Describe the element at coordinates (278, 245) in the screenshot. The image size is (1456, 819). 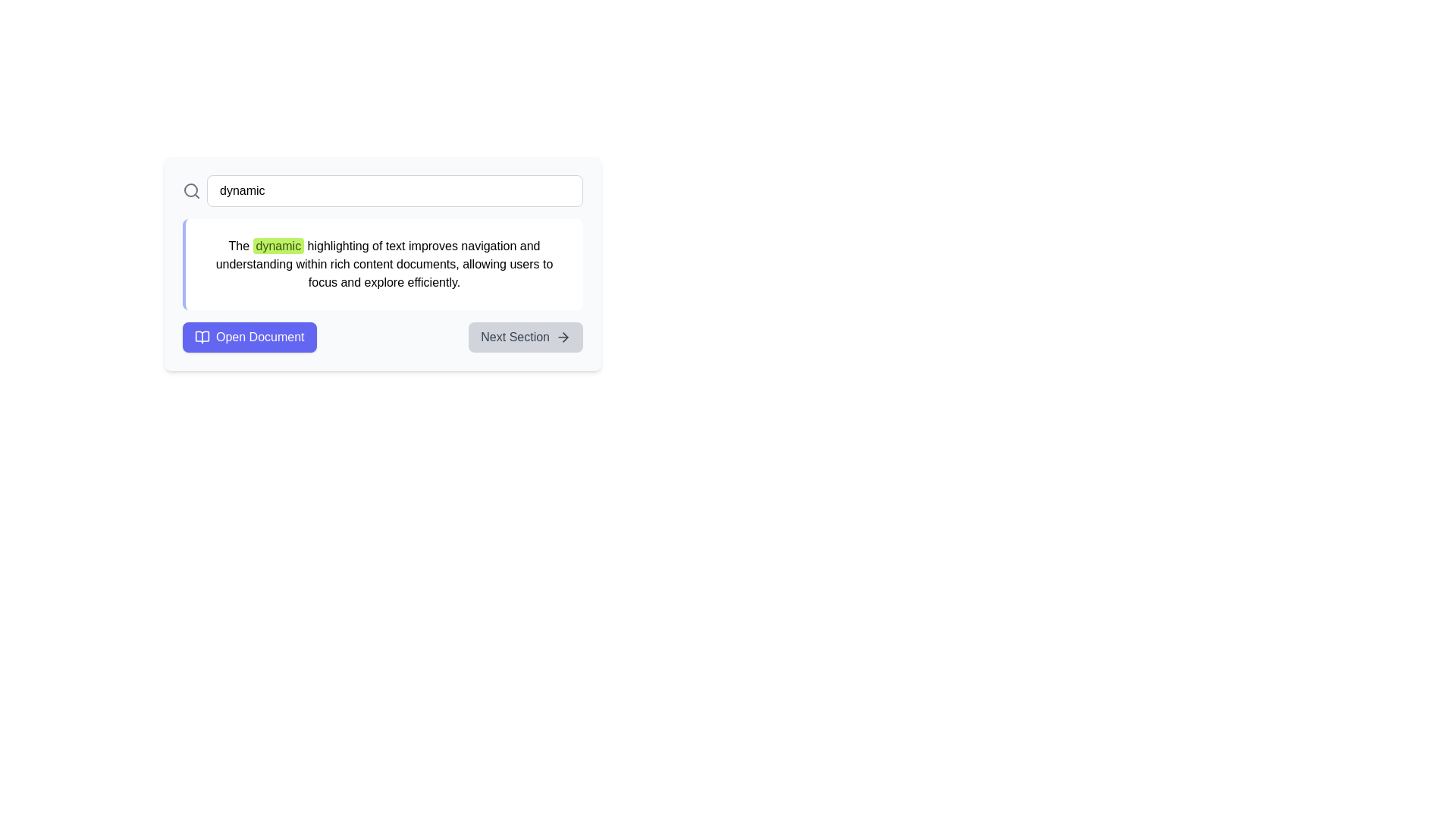
I see `the Text Highlight that emphasizes the word 'dynamic' within the paragraph, located centrally in the content area with an indigo accent line on the left` at that location.